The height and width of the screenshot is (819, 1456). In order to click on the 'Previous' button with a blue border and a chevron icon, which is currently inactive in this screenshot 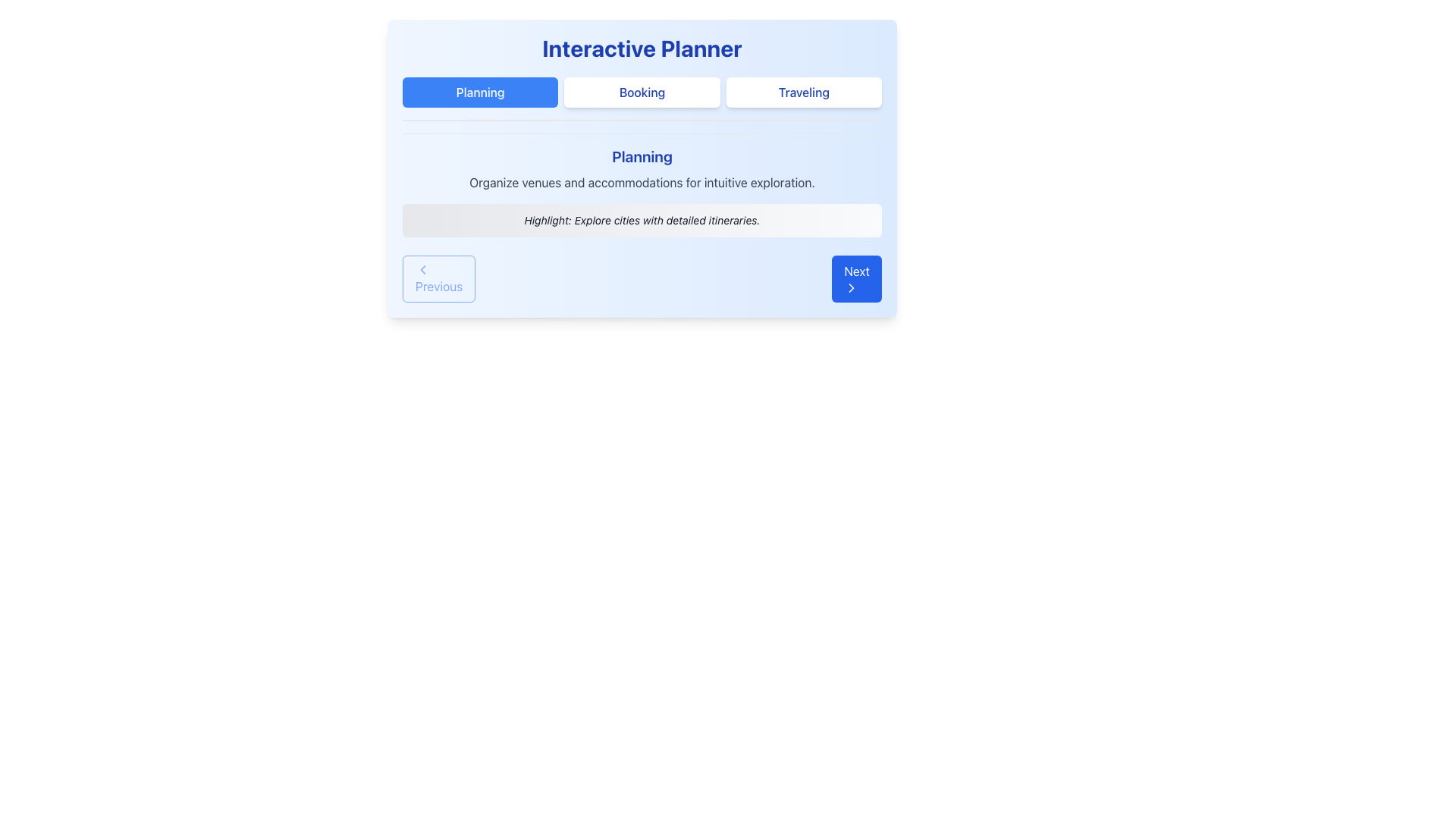, I will do `click(438, 278)`.